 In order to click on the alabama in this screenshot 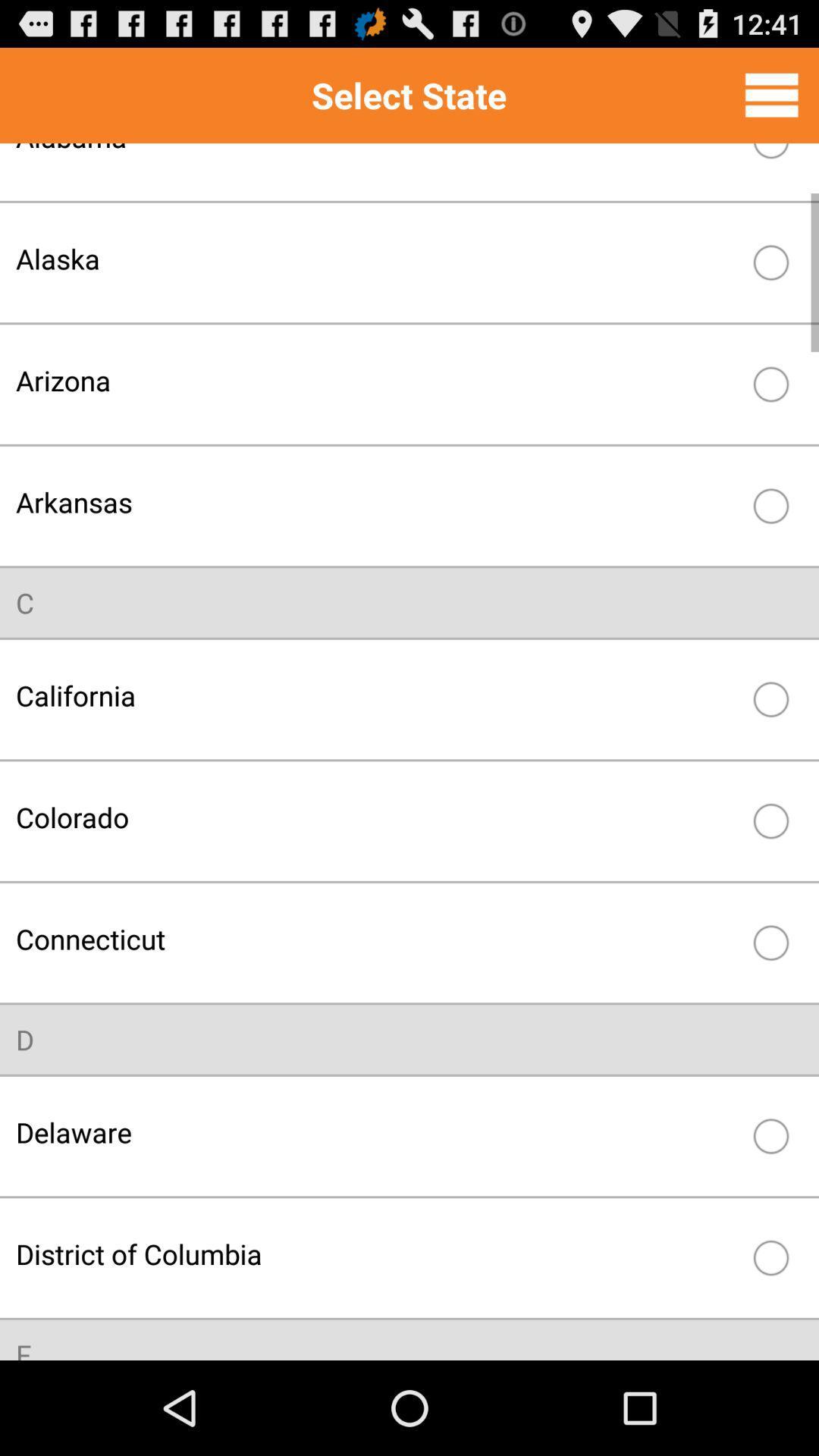, I will do `click(376, 160)`.